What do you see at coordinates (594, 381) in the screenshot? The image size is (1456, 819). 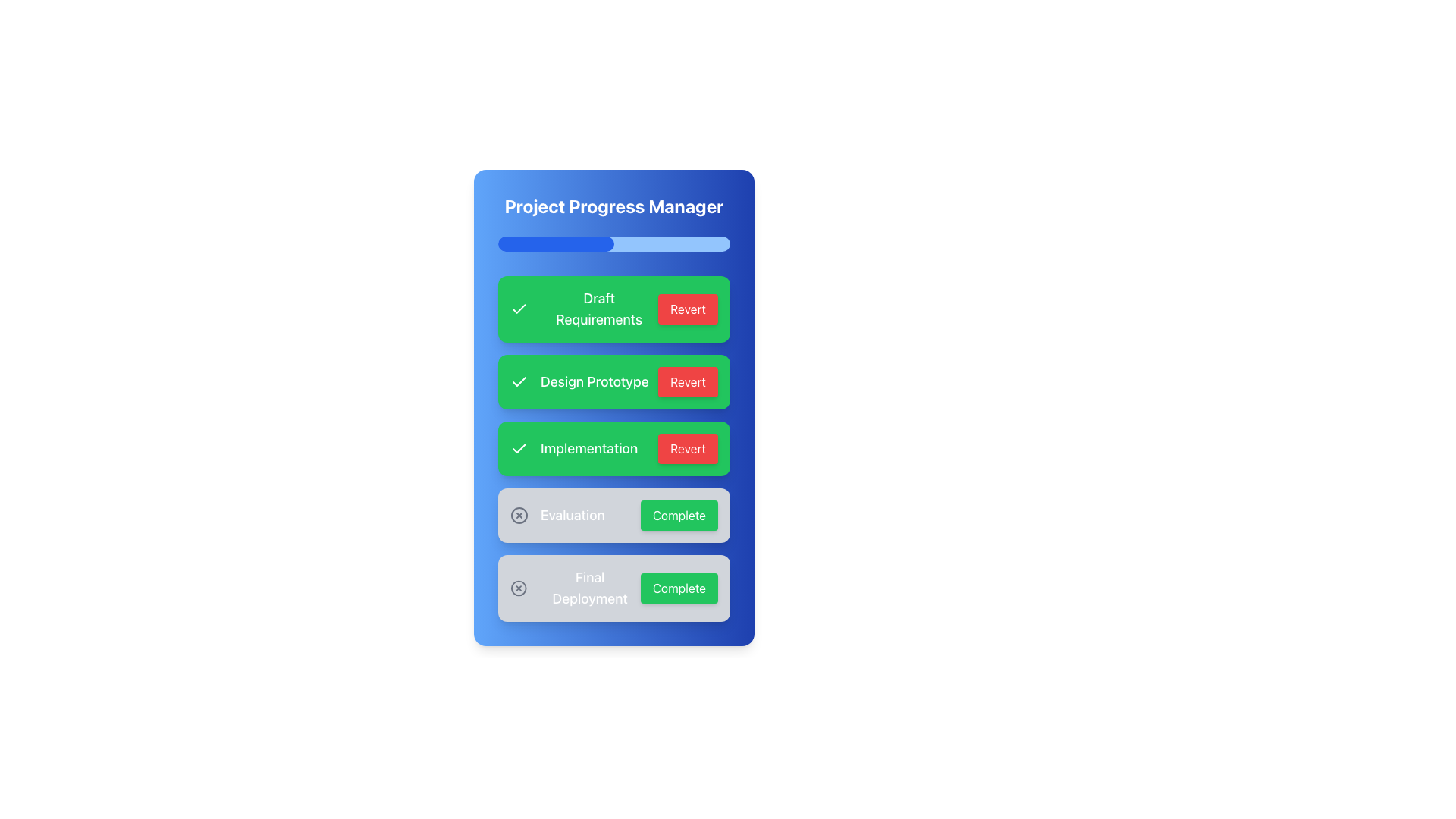 I see `the bold text label displaying 'Design Prototype' located in the second row of the progress tracker interface, which is right-aligned to a checkmark icon and left of a 'Revert' button` at bounding box center [594, 381].